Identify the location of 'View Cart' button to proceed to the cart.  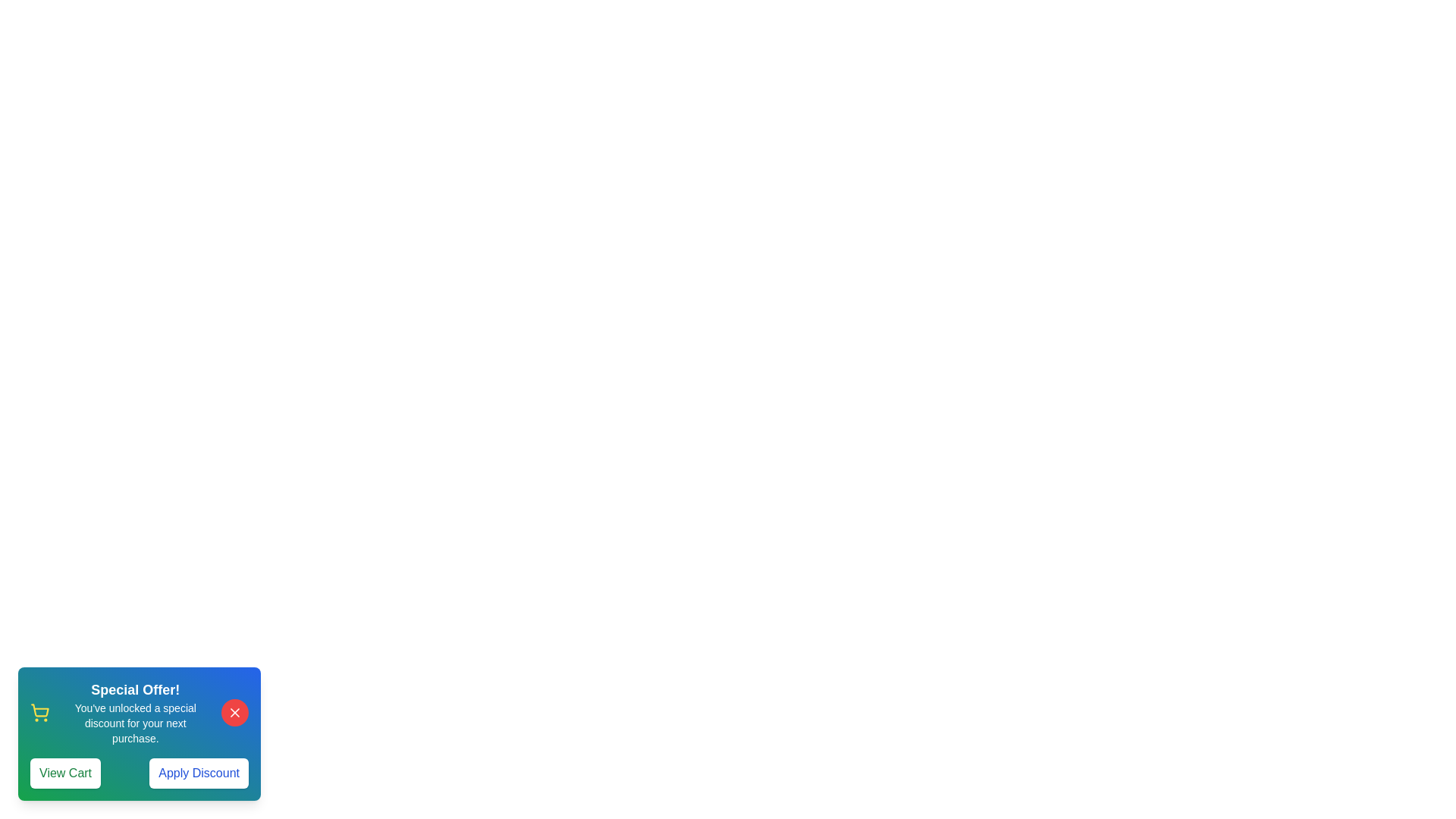
(64, 773).